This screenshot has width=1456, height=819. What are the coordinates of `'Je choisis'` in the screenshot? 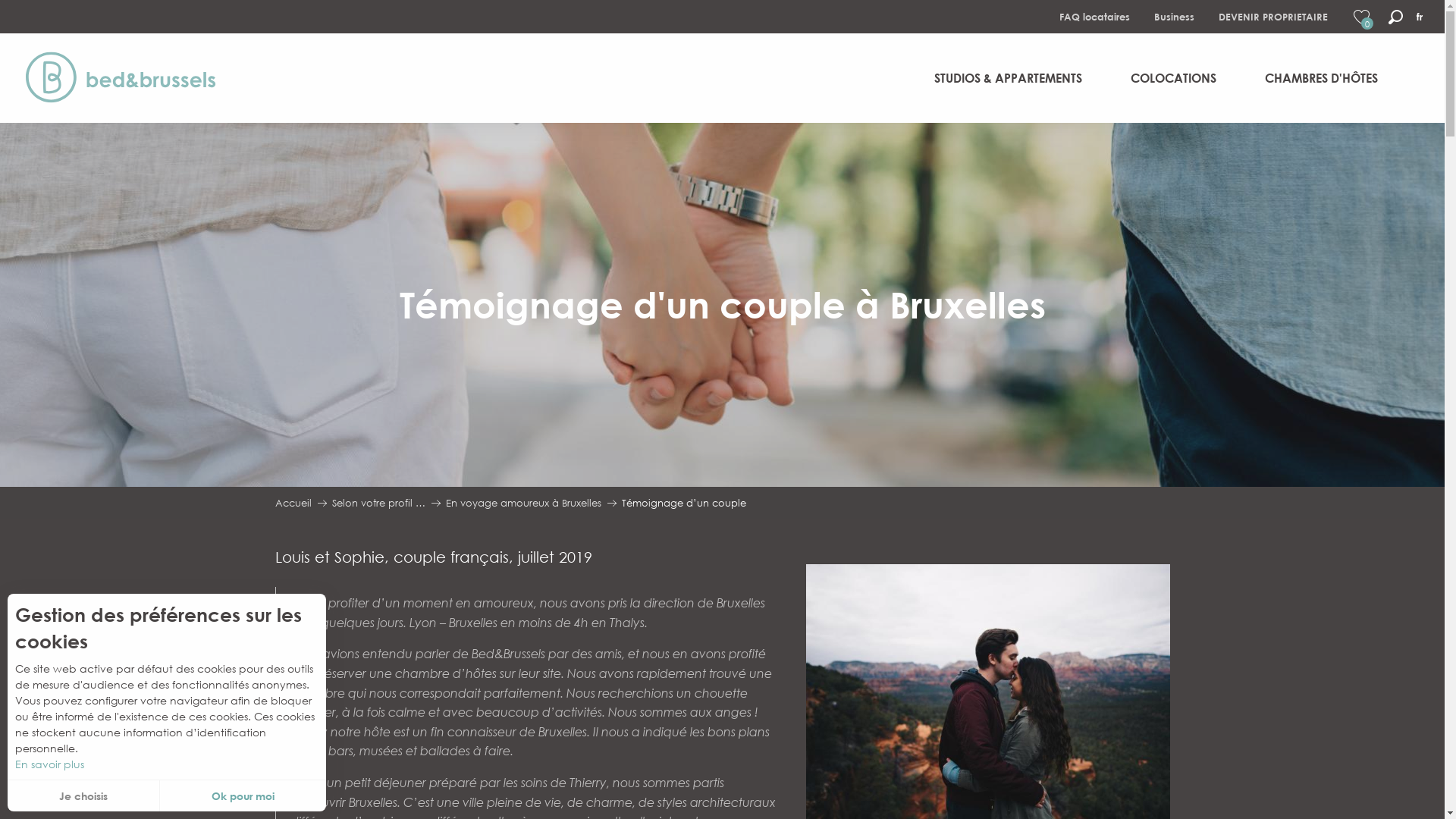 It's located at (7, 795).